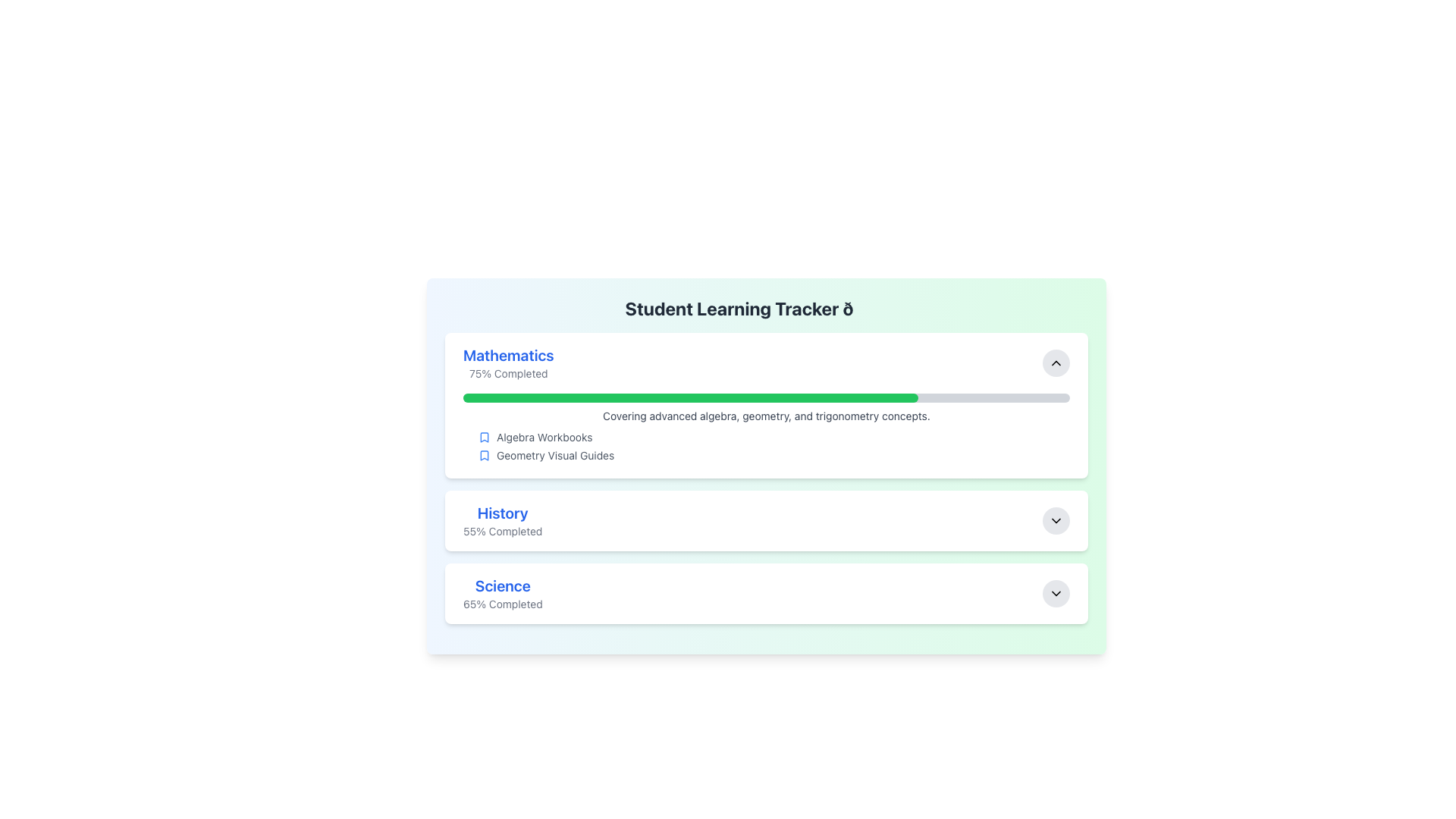 The width and height of the screenshot is (1456, 819). What do you see at coordinates (767, 405) in the screenshot?
I see `displayed information in the Informational module about 'Mathematics', which shows progress and details in the 'Student Learning Tracker' section` at bounding box center [767, 405].